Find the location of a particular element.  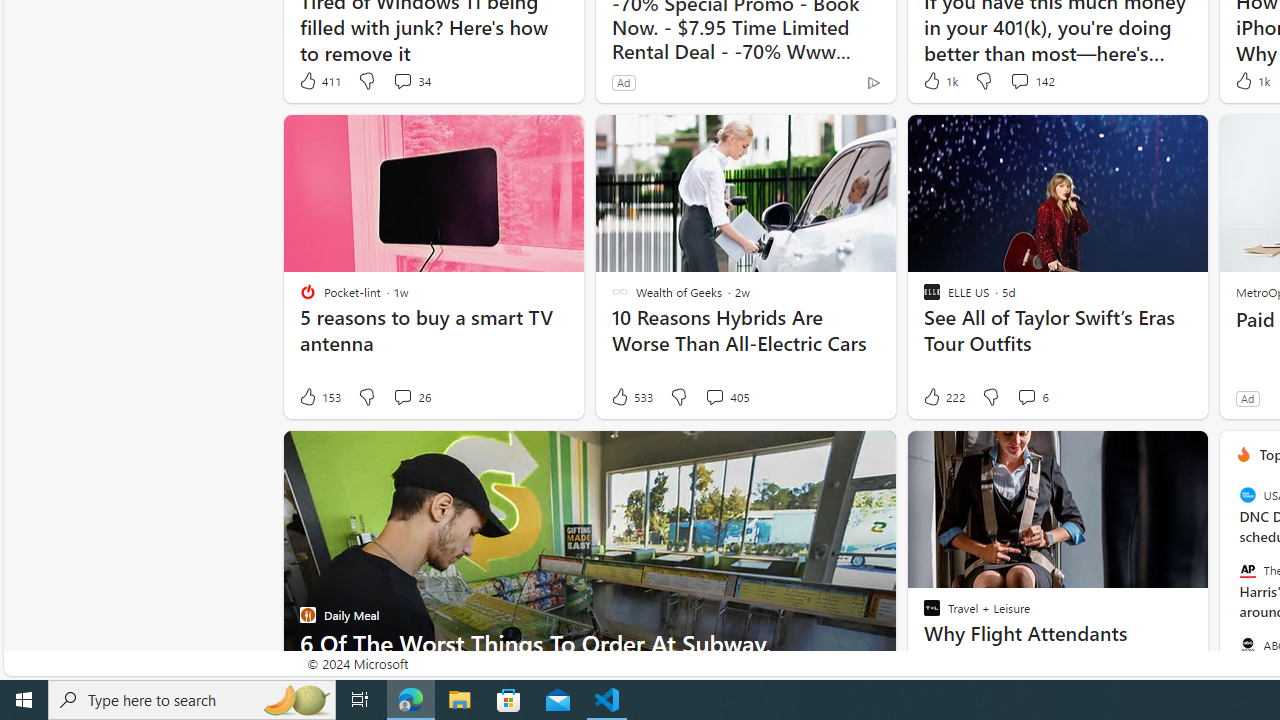

'View comments 6 Comment' is located at coordinates (1032, 397).